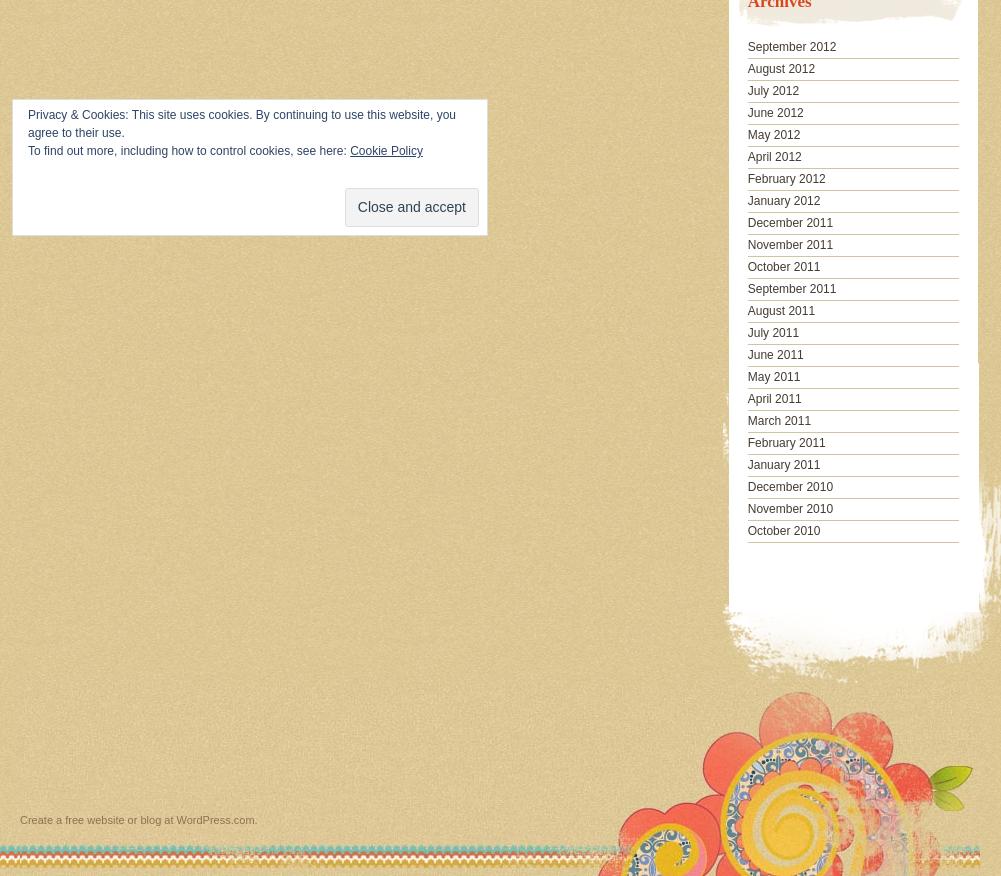 This screenshot has height=876, width=1001. I want to click on 'December 2011', so click(788, 220).